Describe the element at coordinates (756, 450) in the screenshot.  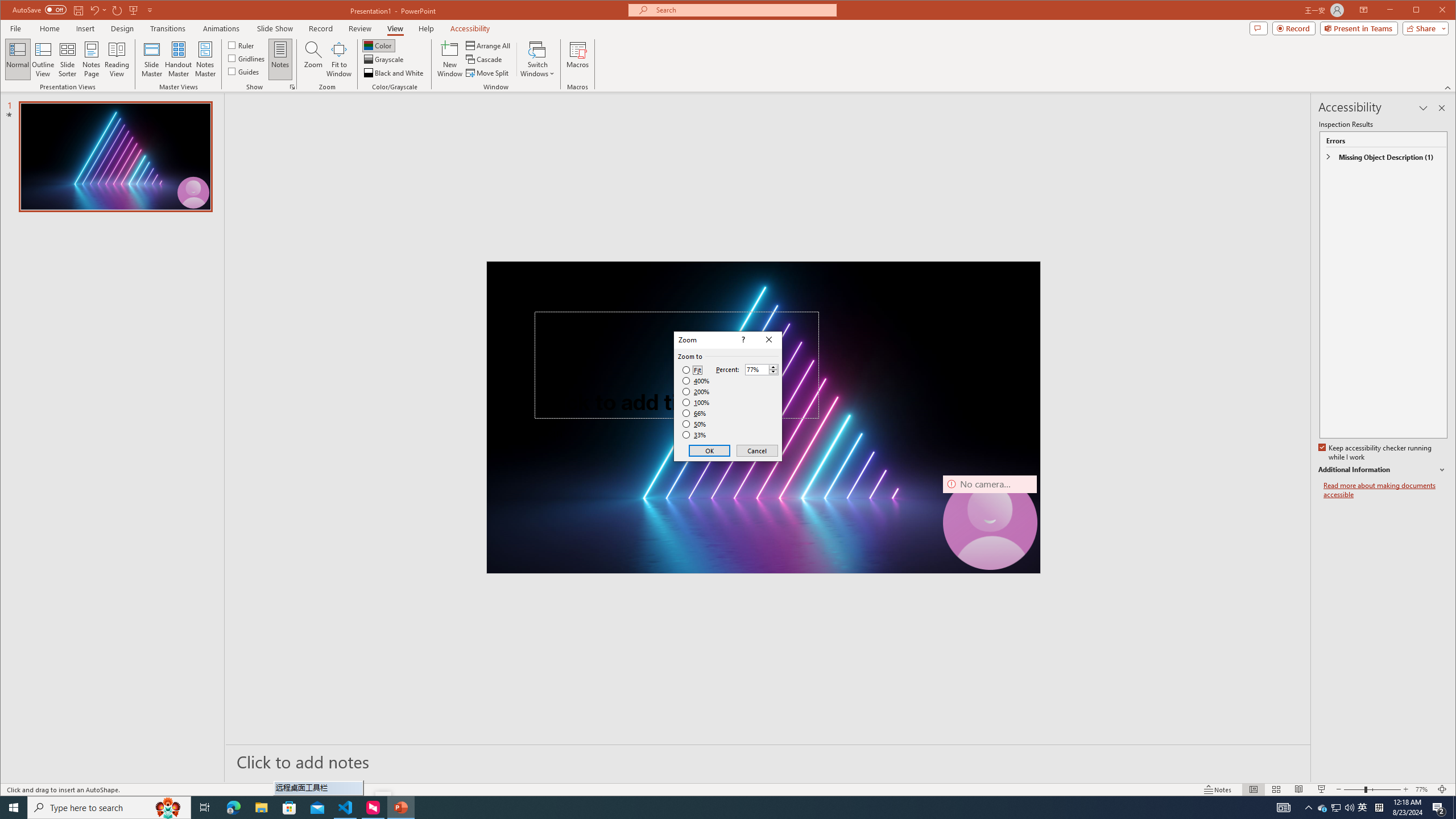
I see `'Cancel'` at that location.